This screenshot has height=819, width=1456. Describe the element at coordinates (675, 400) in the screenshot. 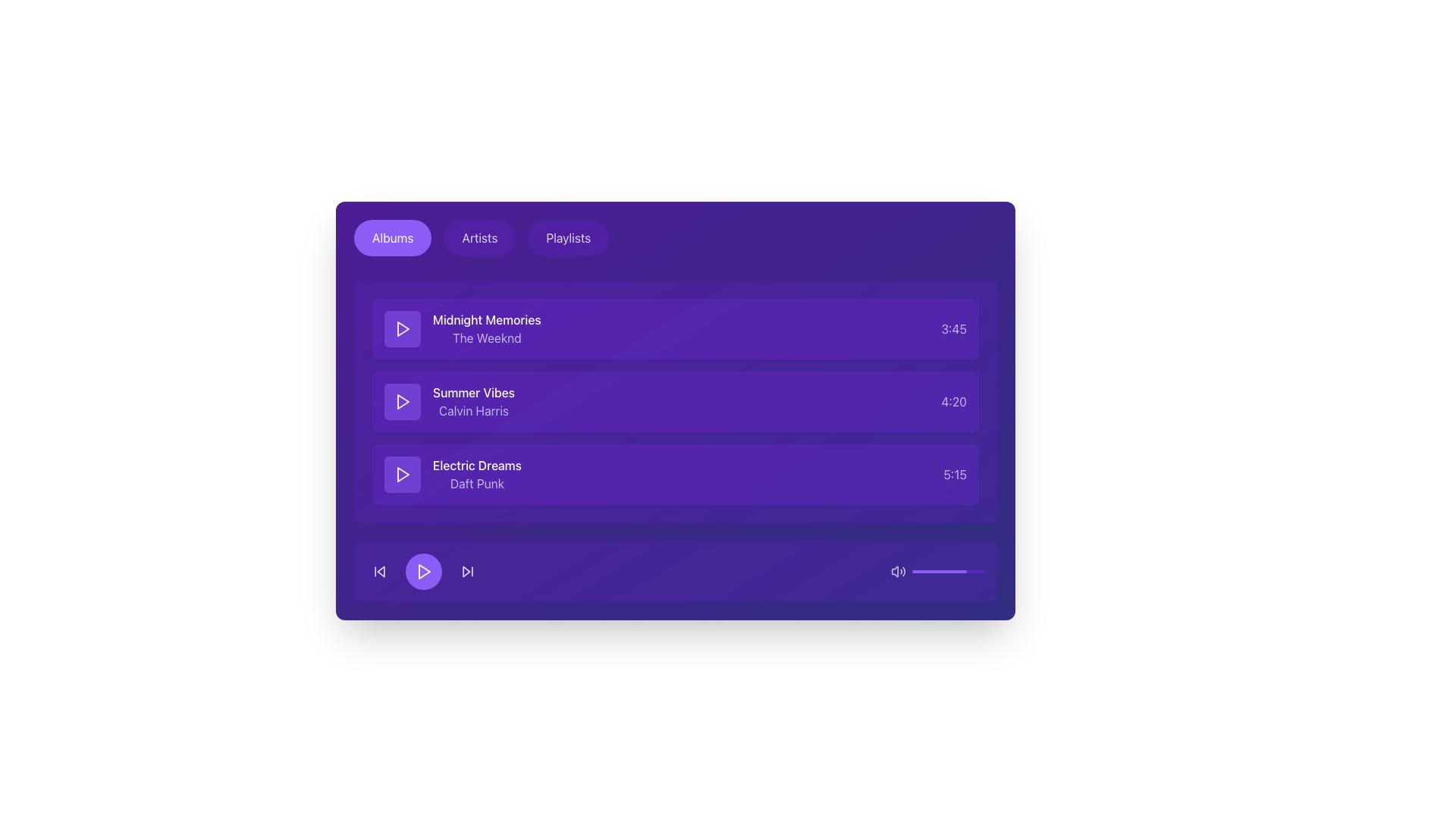

I see `a song entry in the playlist, which is part of a violet-themed interface located below the navigation menu titled 'Albums', 'Artists', and 'Playlists'` at that location.